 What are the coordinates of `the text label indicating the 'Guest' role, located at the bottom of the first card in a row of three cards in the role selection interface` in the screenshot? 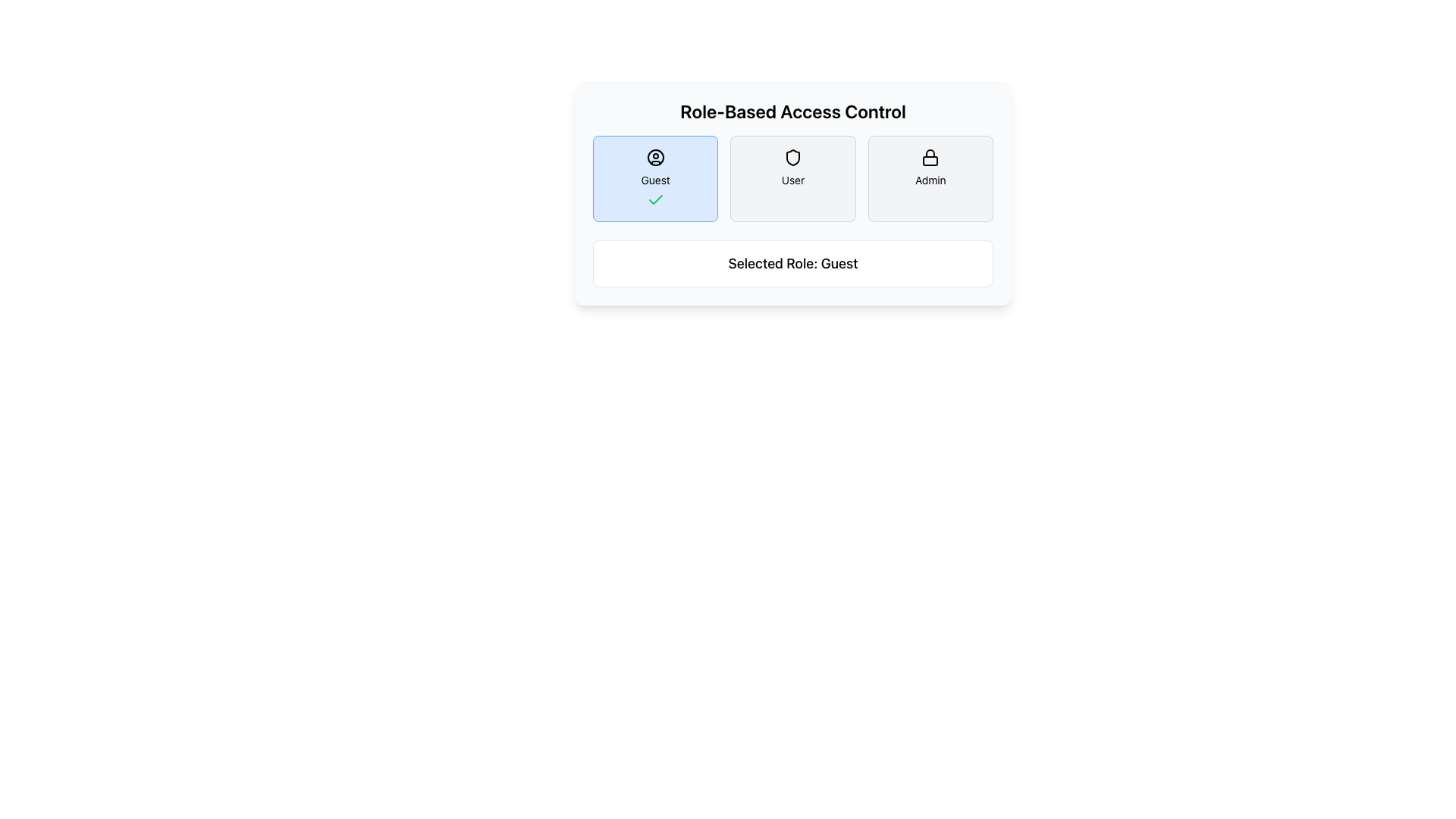 It's located at (655, 180).